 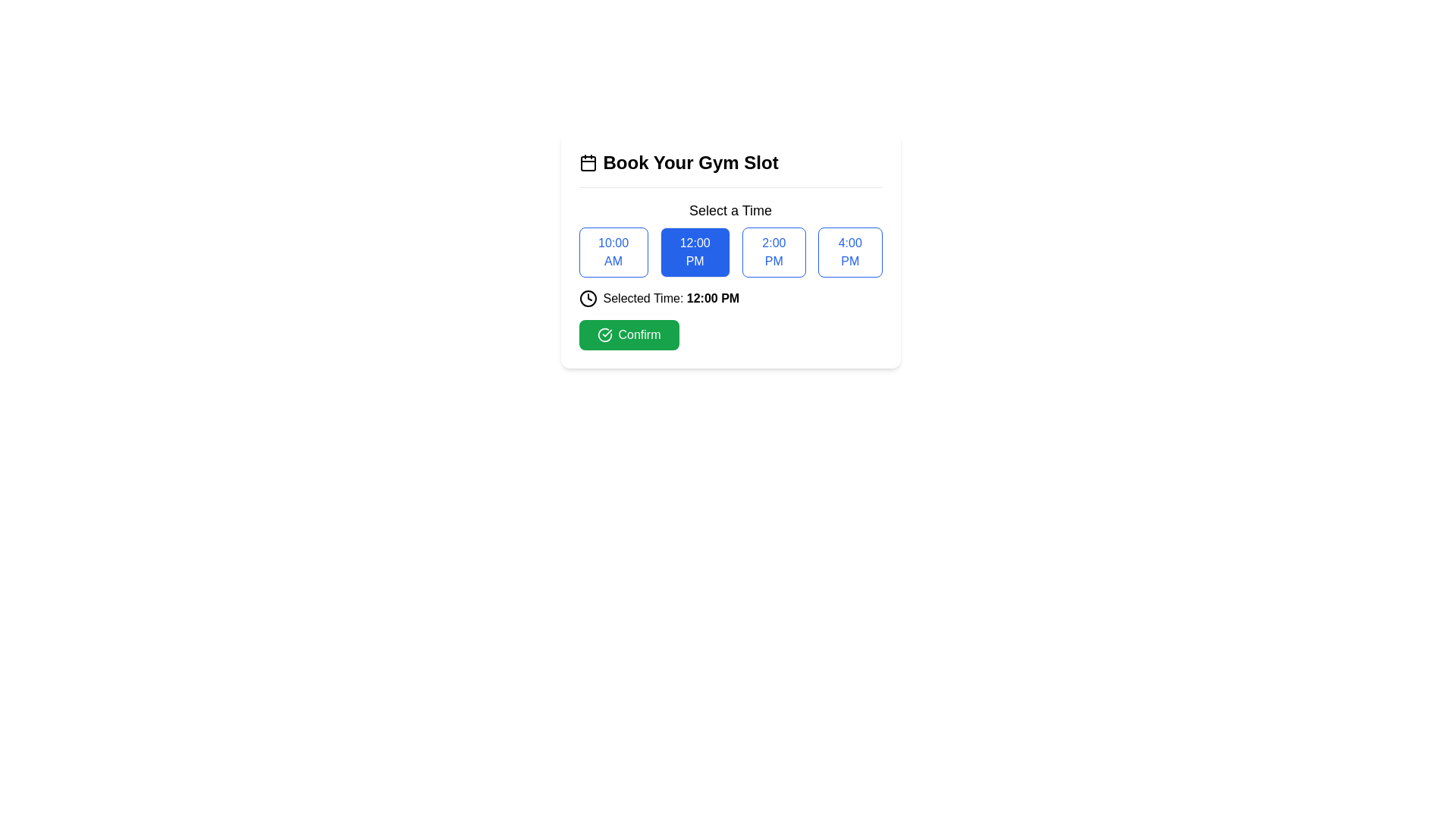 What do you see at coordinates (773, 251) in the screenshot?
I see `the button that allows users to select a time slot, located in the 'Select a Time' section between the '12:00 PM' and '4:00 PM' buttons` at bounding box center [773, 251].